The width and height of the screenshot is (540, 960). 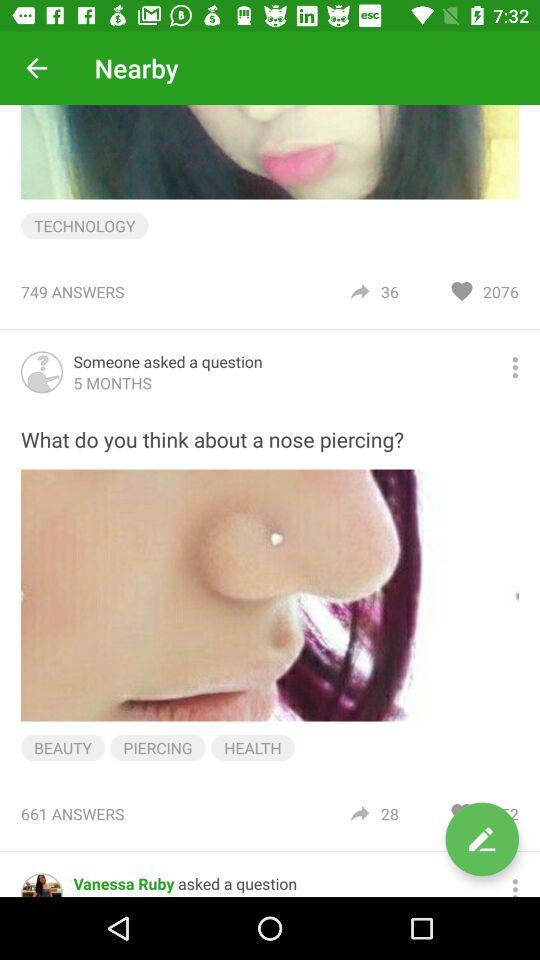 I want to click on share the article, so click(x=515, y=366).